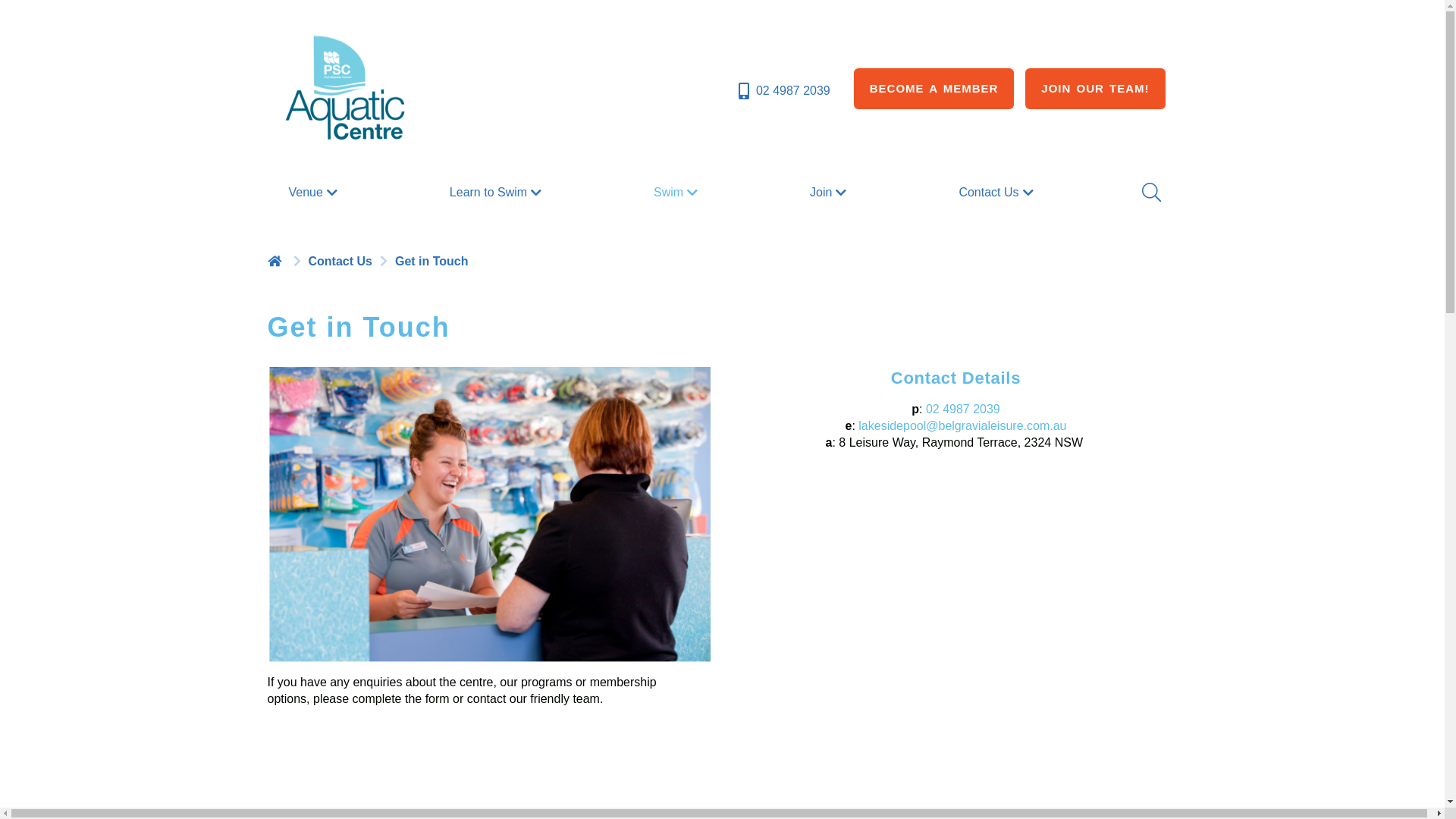 The width and height of the screenshot is (1456, 819). I want to click on 'Untitled-design-(23).png', so click(488, 513).